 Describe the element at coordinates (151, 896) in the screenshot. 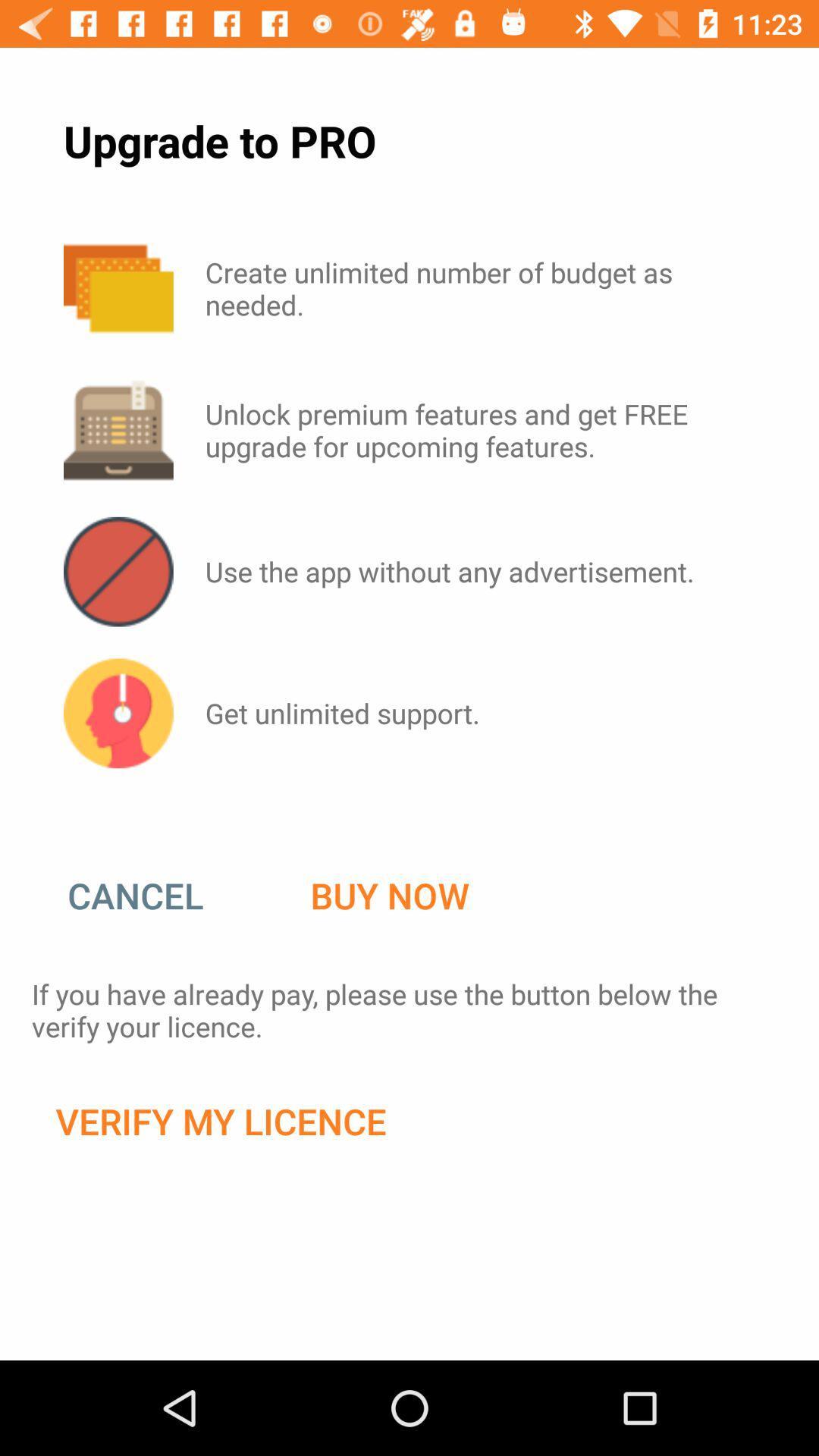

I see `item next to buy now icon` at that location.